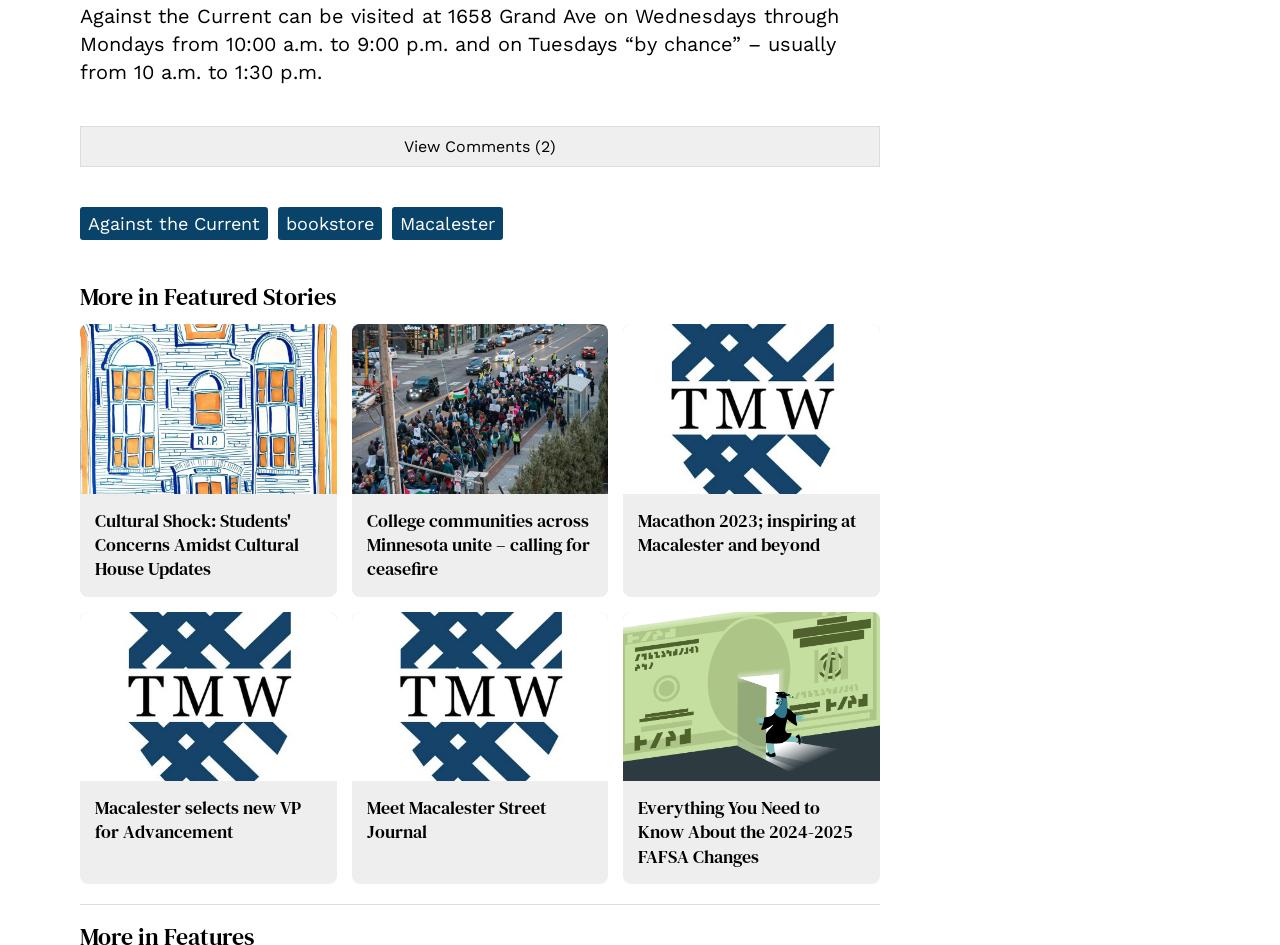 The width and height of the screenshot is (1280, 945). I want to click on 'bookstore', so click(329, 222).